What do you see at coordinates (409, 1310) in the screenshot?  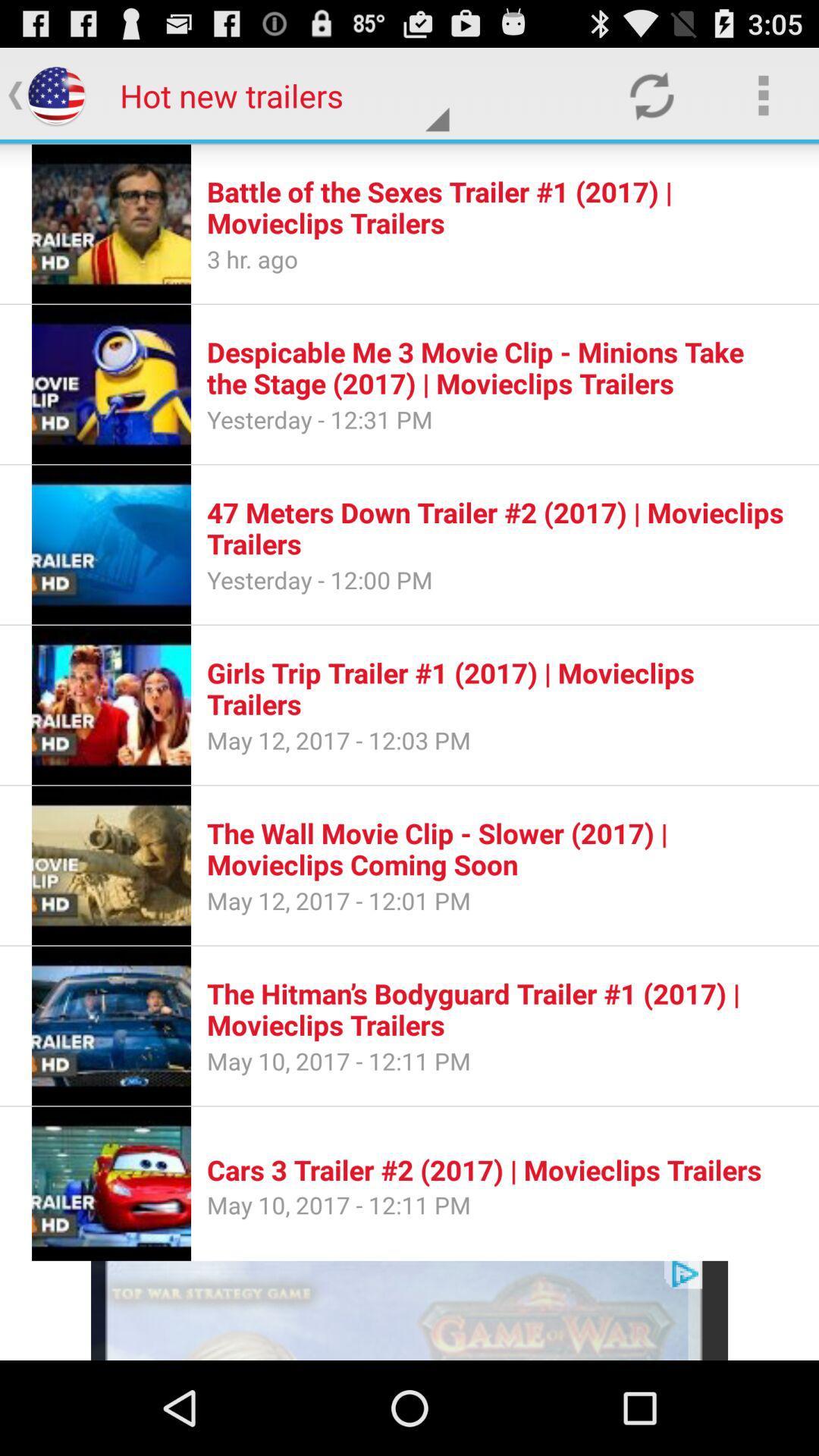 I see `see advertisement` at bounding box center [409, 1310].